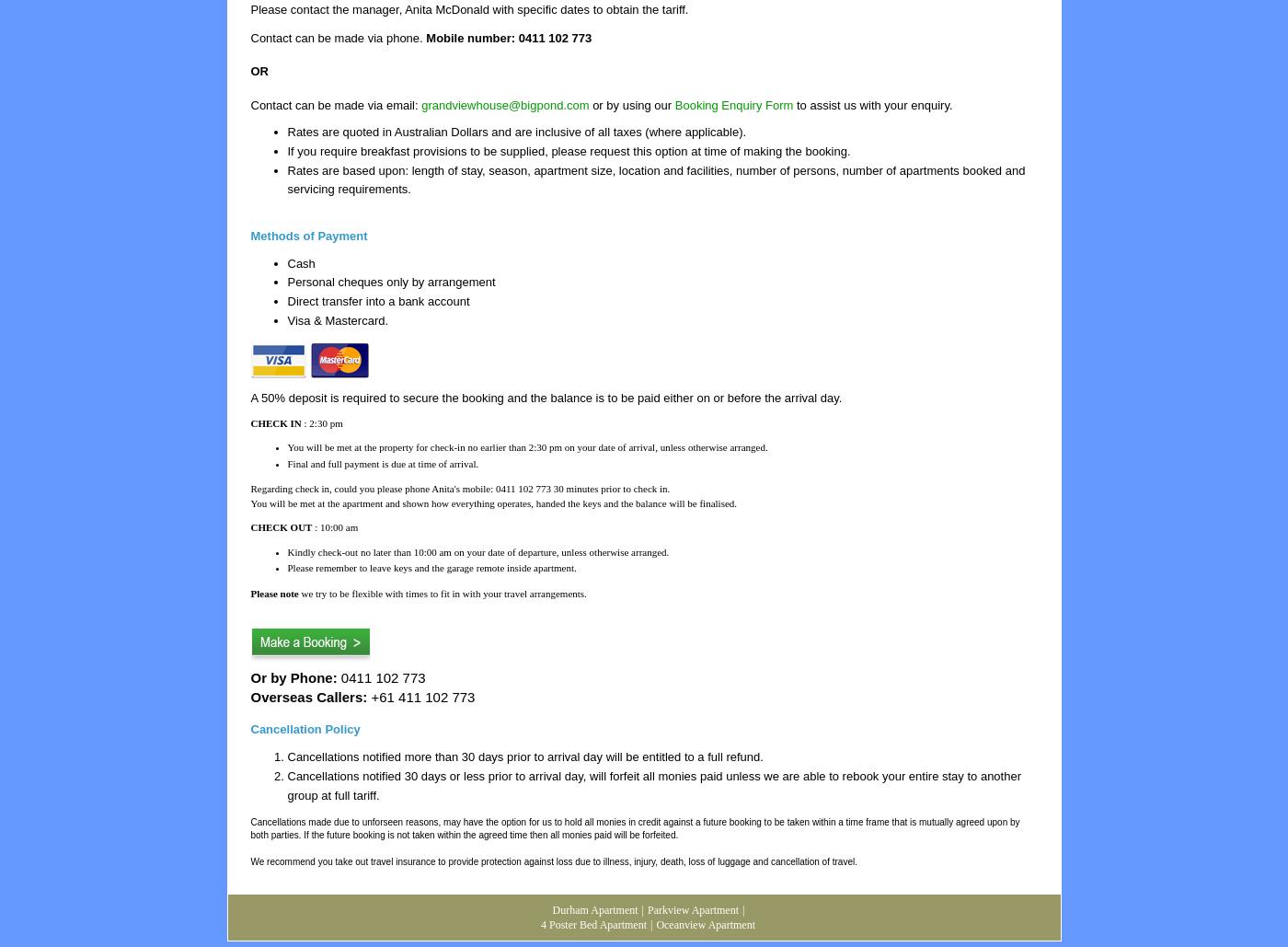 Image resolution: width=1288 pixels, height=947 pixels. I want to click on 'Overseas Callers:', so click(308, 697).